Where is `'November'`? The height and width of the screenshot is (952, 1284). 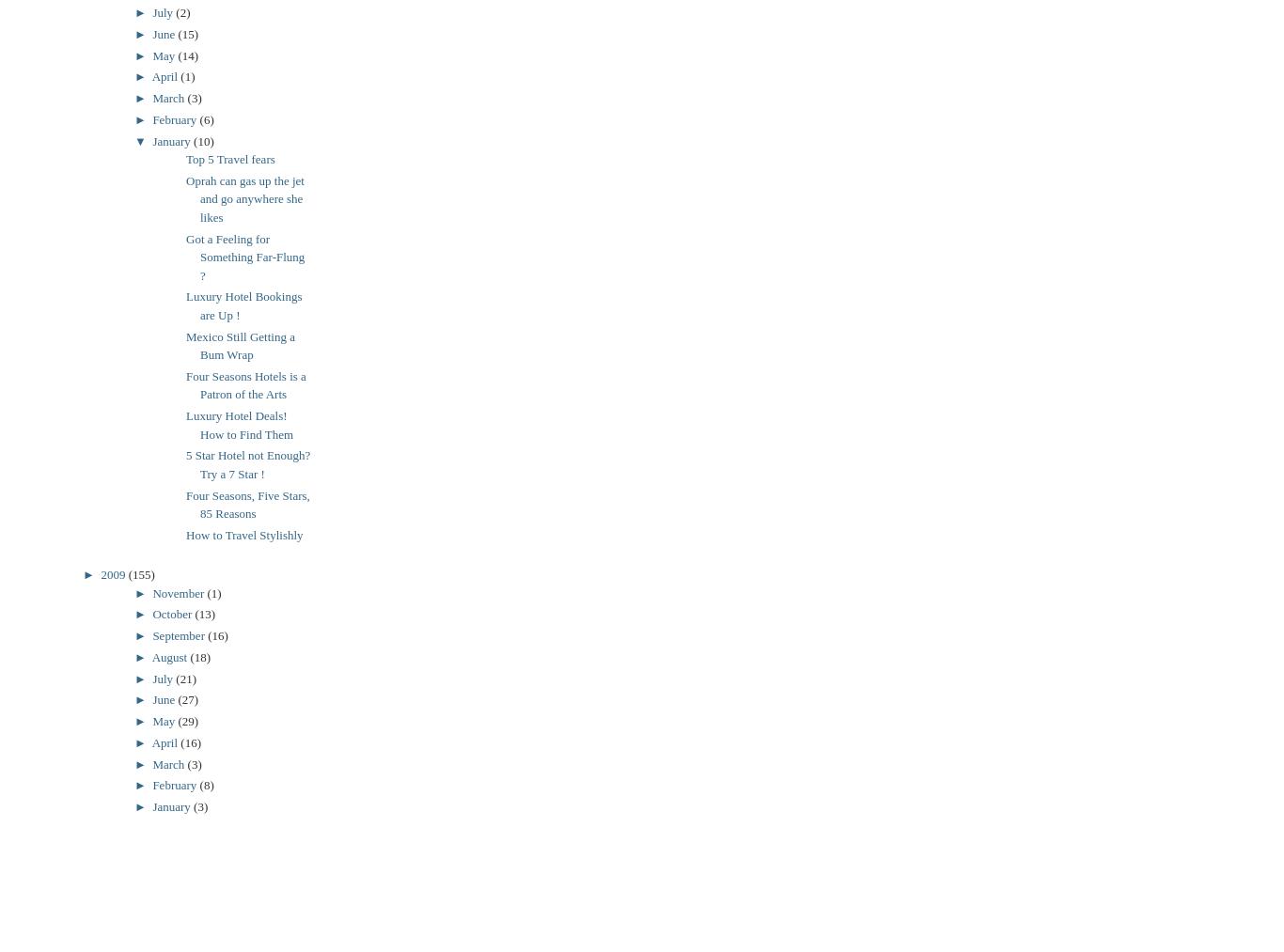 'November' is located at coordinates (178, 591).